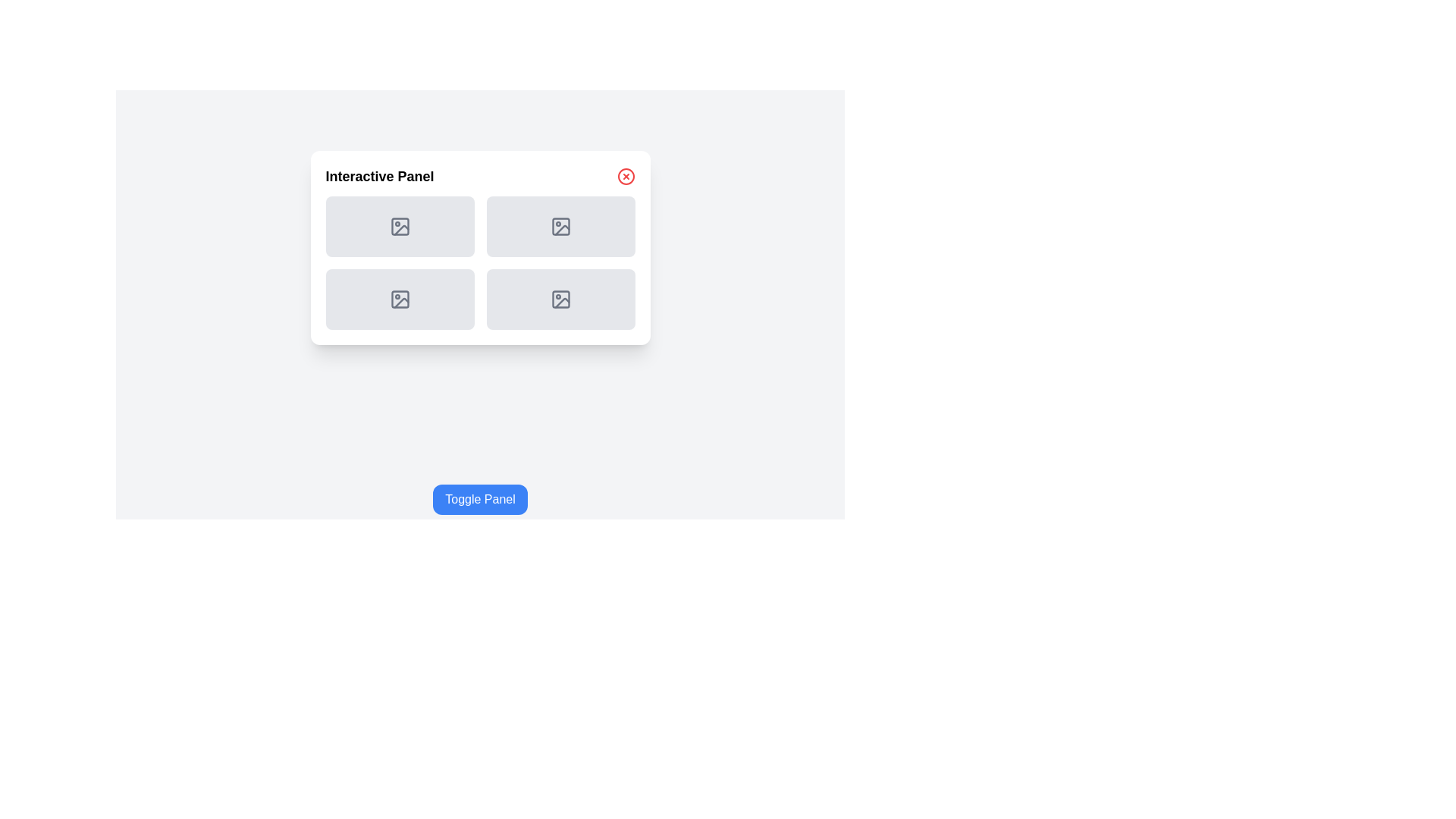  What do you see at coordinates (560, 299) in the screenshot?
I see `the bottom-right icon of the SVG icon in the 'Interactive Panel', which represents an image placeholder or preview` at bounding box center [560, 299].